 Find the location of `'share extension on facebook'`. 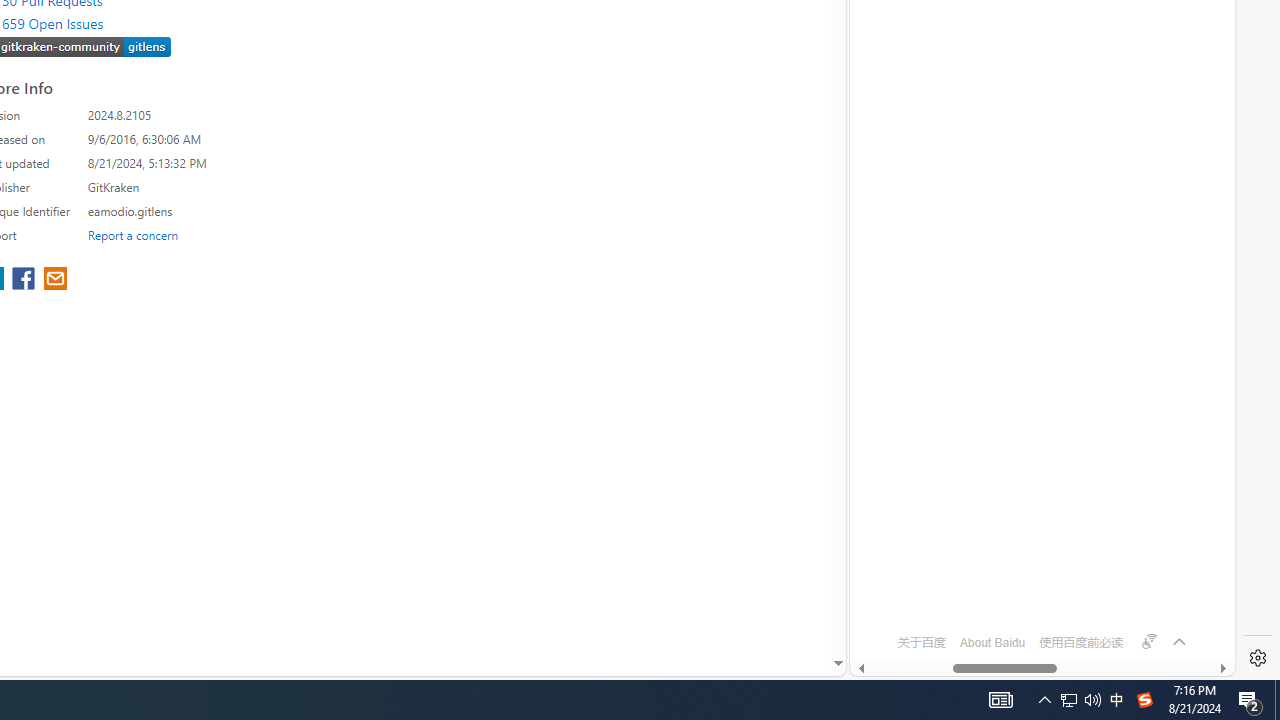

'share extension on facebook' is located at coordinates (26, 280).